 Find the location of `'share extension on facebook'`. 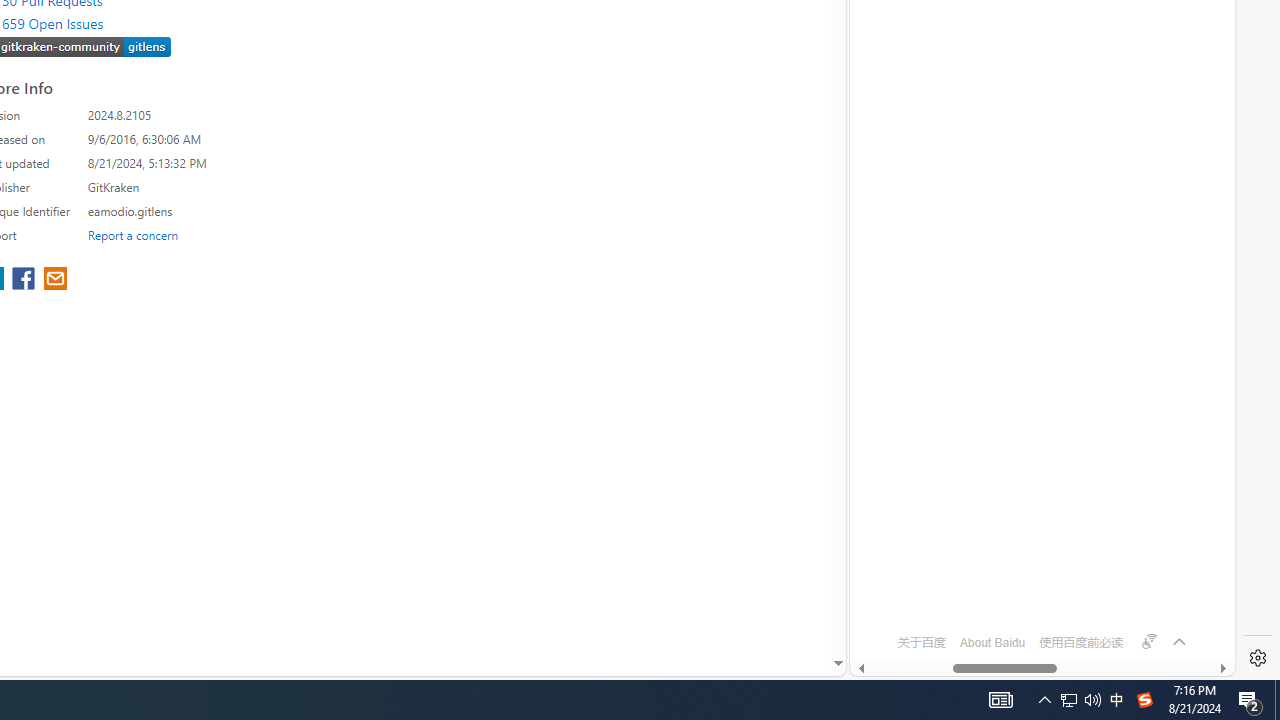

'share extension on facebook' is located at coordinates (26, 280).